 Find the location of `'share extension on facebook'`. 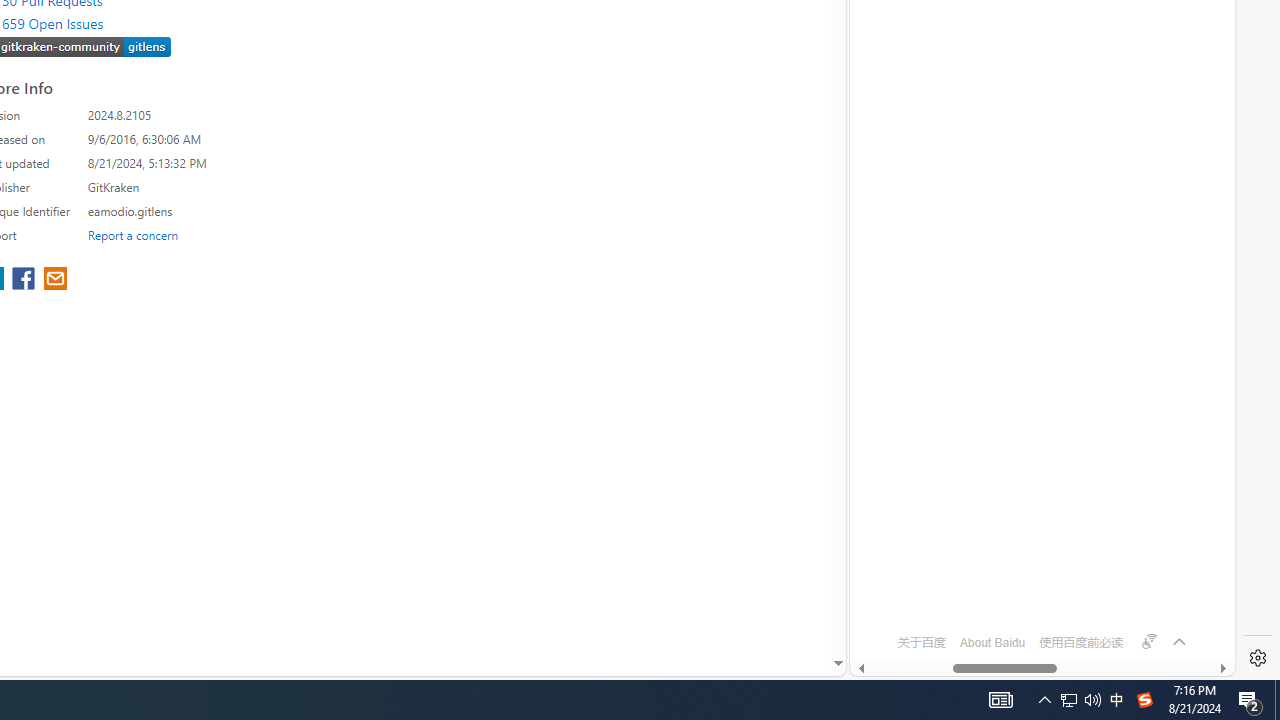

'share extension on facebook' is located at coordinates (26, 280).